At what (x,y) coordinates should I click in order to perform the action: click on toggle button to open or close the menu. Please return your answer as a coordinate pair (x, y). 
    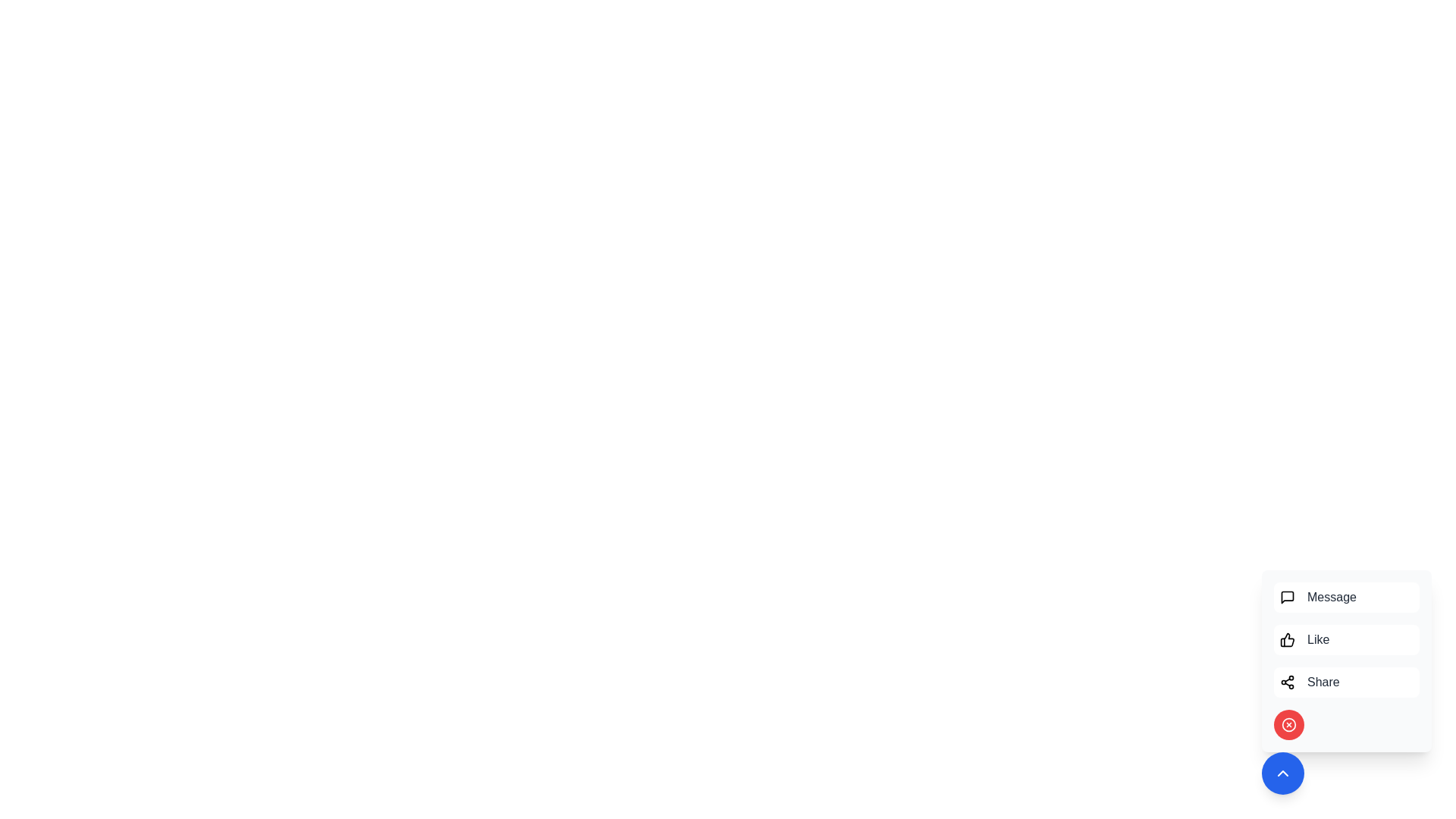
    Looking at the image, I should click on (1282, 773).